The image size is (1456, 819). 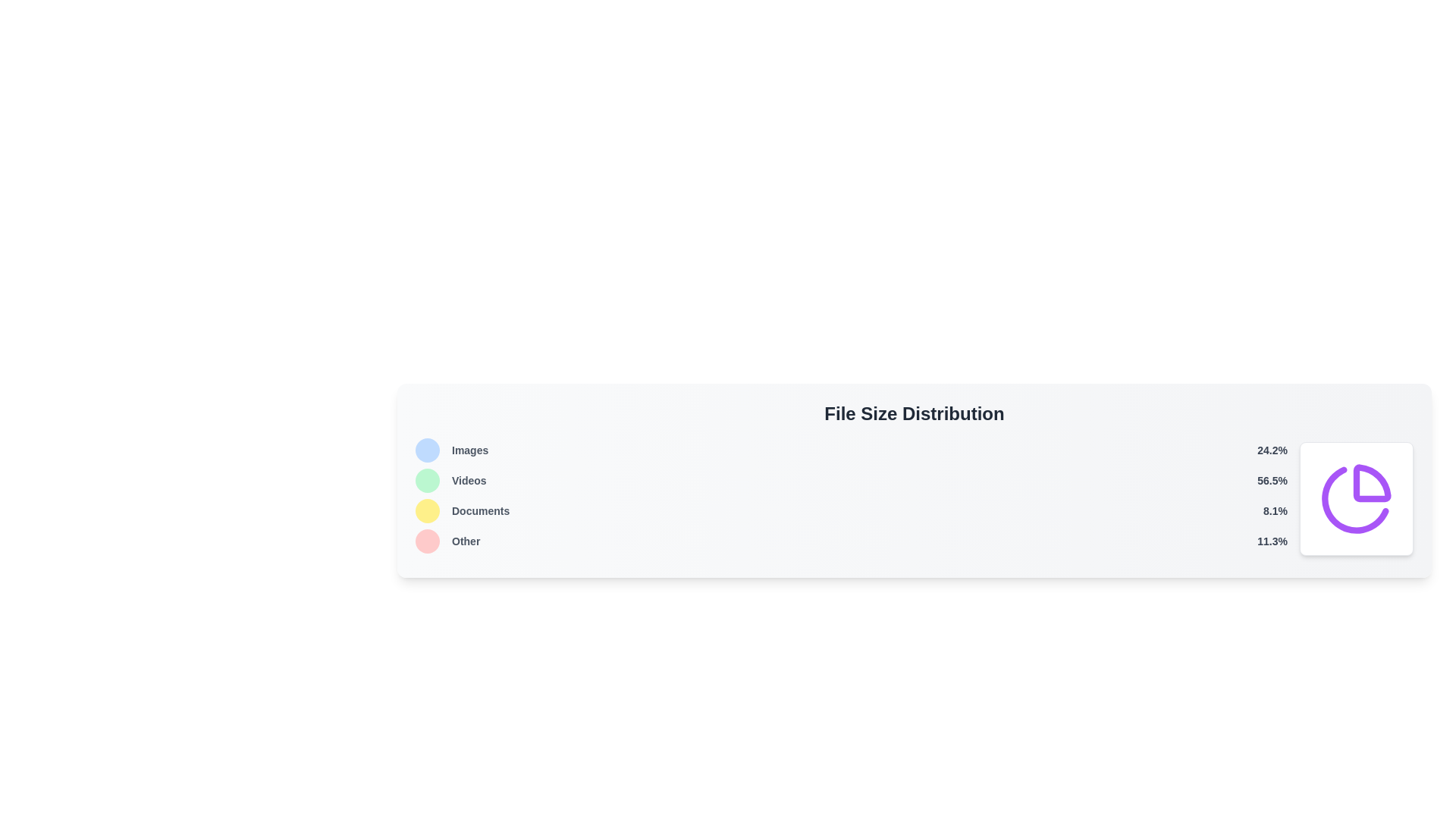 I want to click on the upper-right segment of the pie chart that visually represents a specific category in the file size distribution, so click(x=1355, y=500).